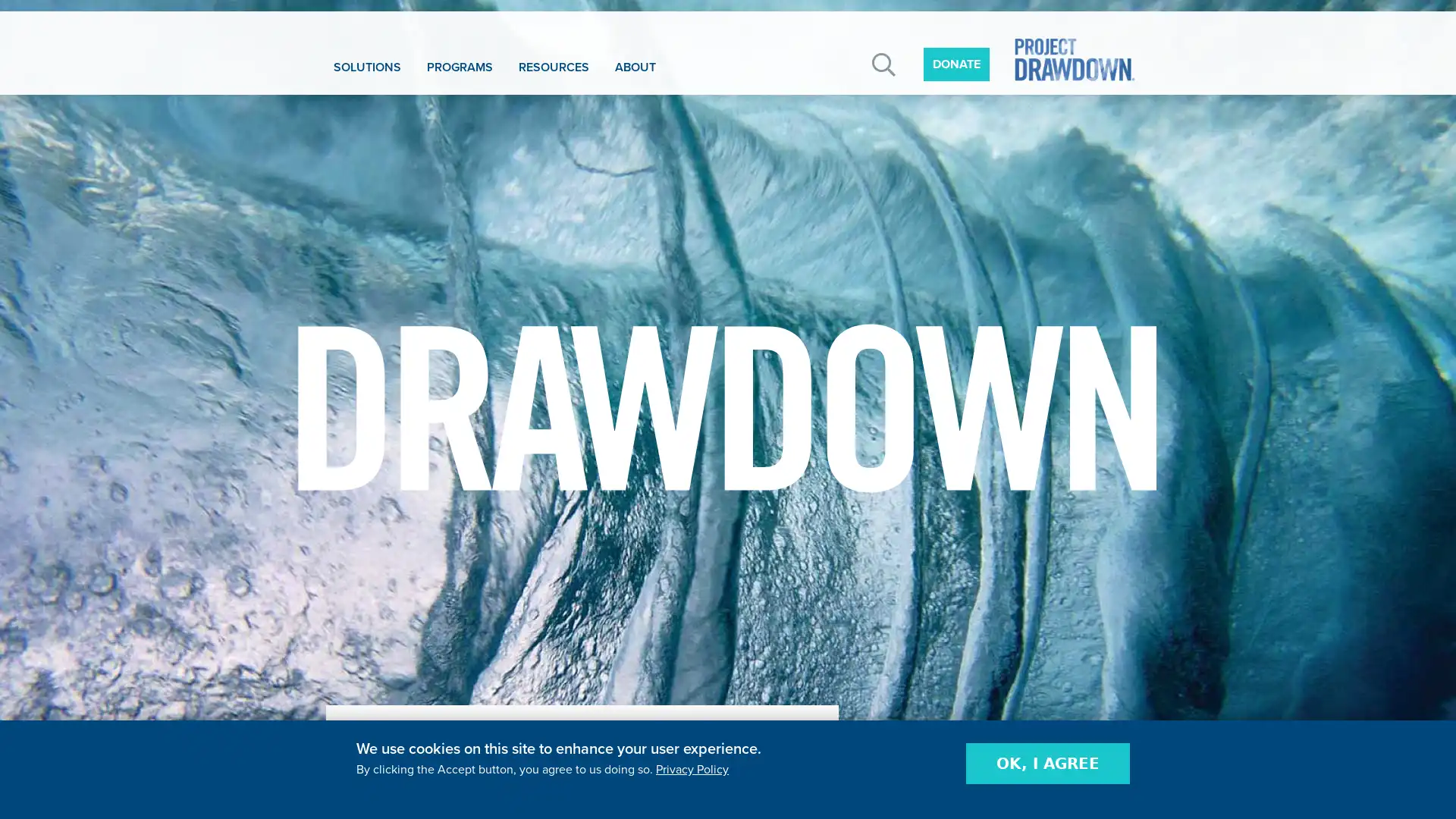 The width and height of the screenshot is (1456, 819). Describe the element at coordinates (1047, 763) in the screenshot. I see `OK, I AGREE` at that location.